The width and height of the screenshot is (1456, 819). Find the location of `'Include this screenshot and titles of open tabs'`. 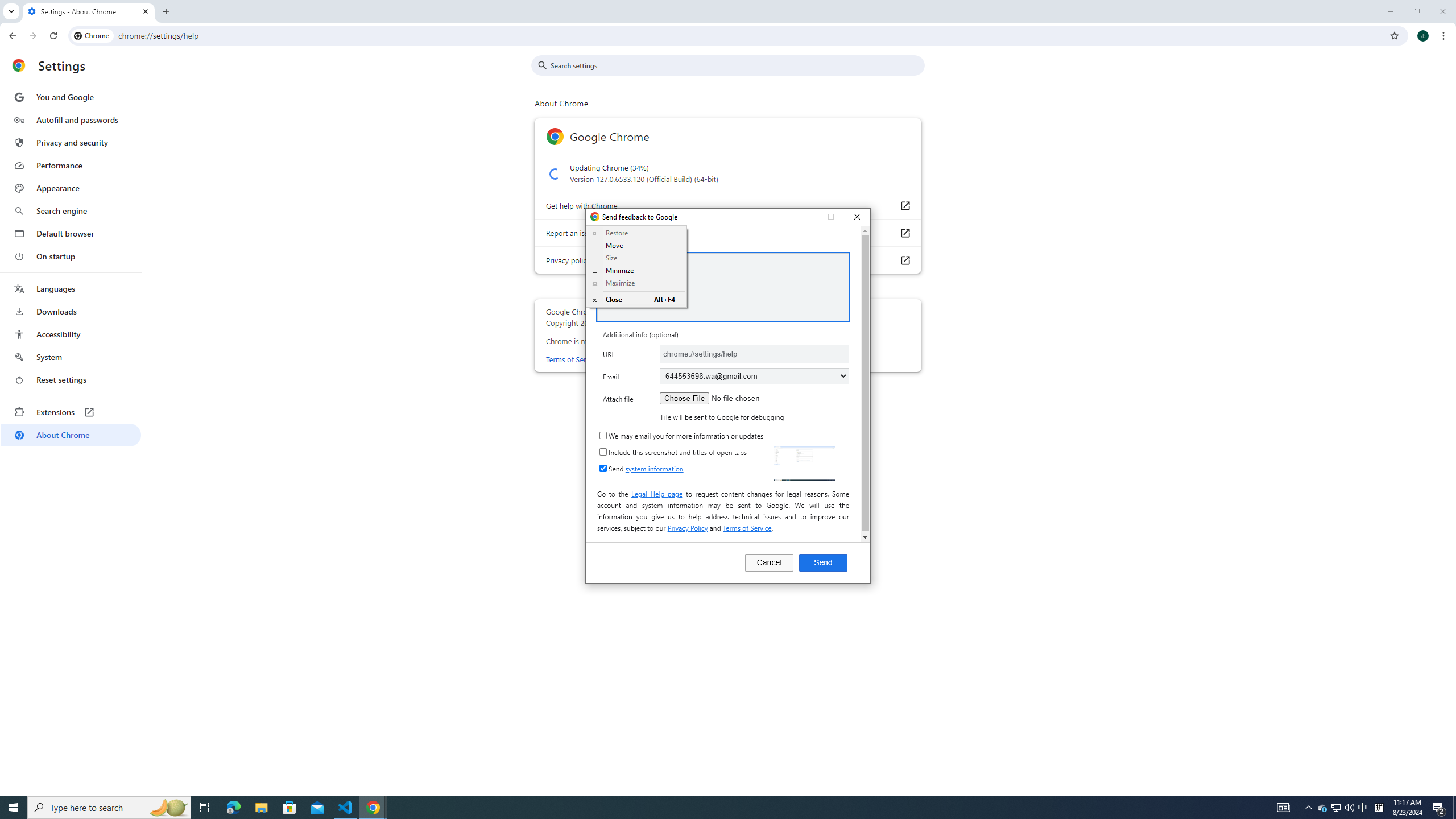

'Include this screenshot and titles of open tabs' is located at coordinates (603, 451).